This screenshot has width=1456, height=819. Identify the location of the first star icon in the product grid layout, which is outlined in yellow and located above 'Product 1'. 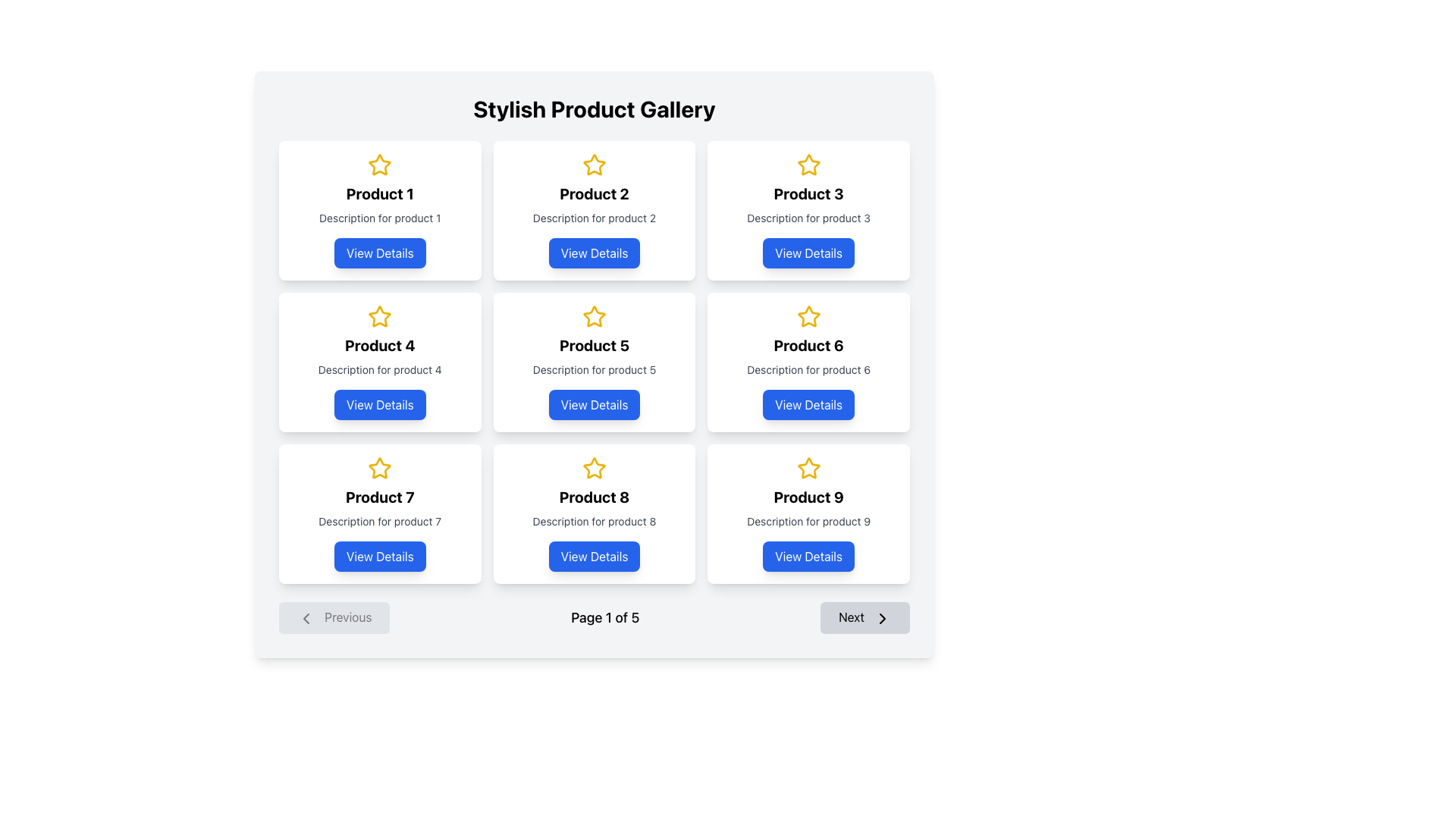
(380, 165).